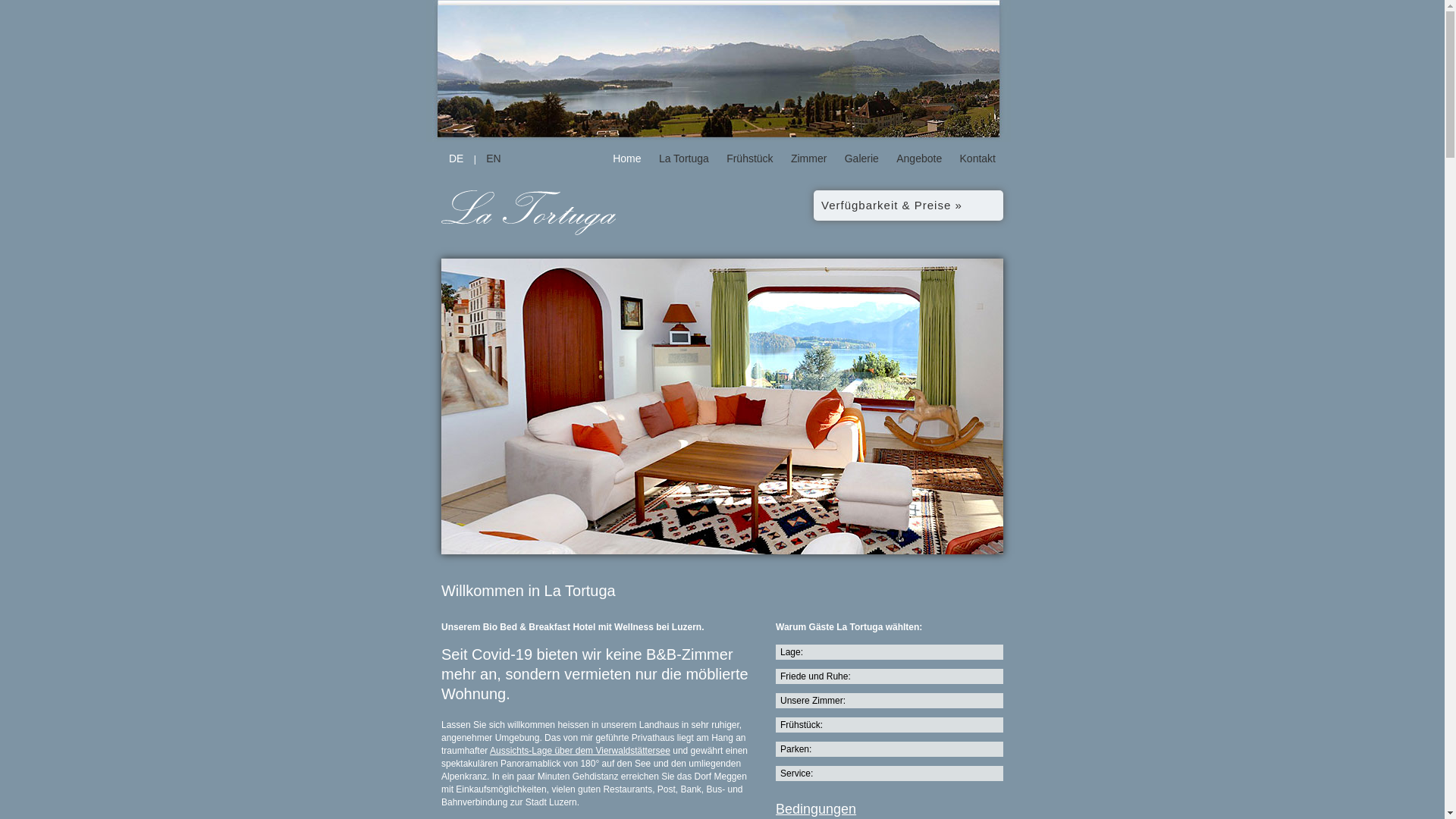 The image size is (1456, 819). Describe the element at coordinates (683, 158) in the screenshot. I see `'La Tortuga'` at that location.